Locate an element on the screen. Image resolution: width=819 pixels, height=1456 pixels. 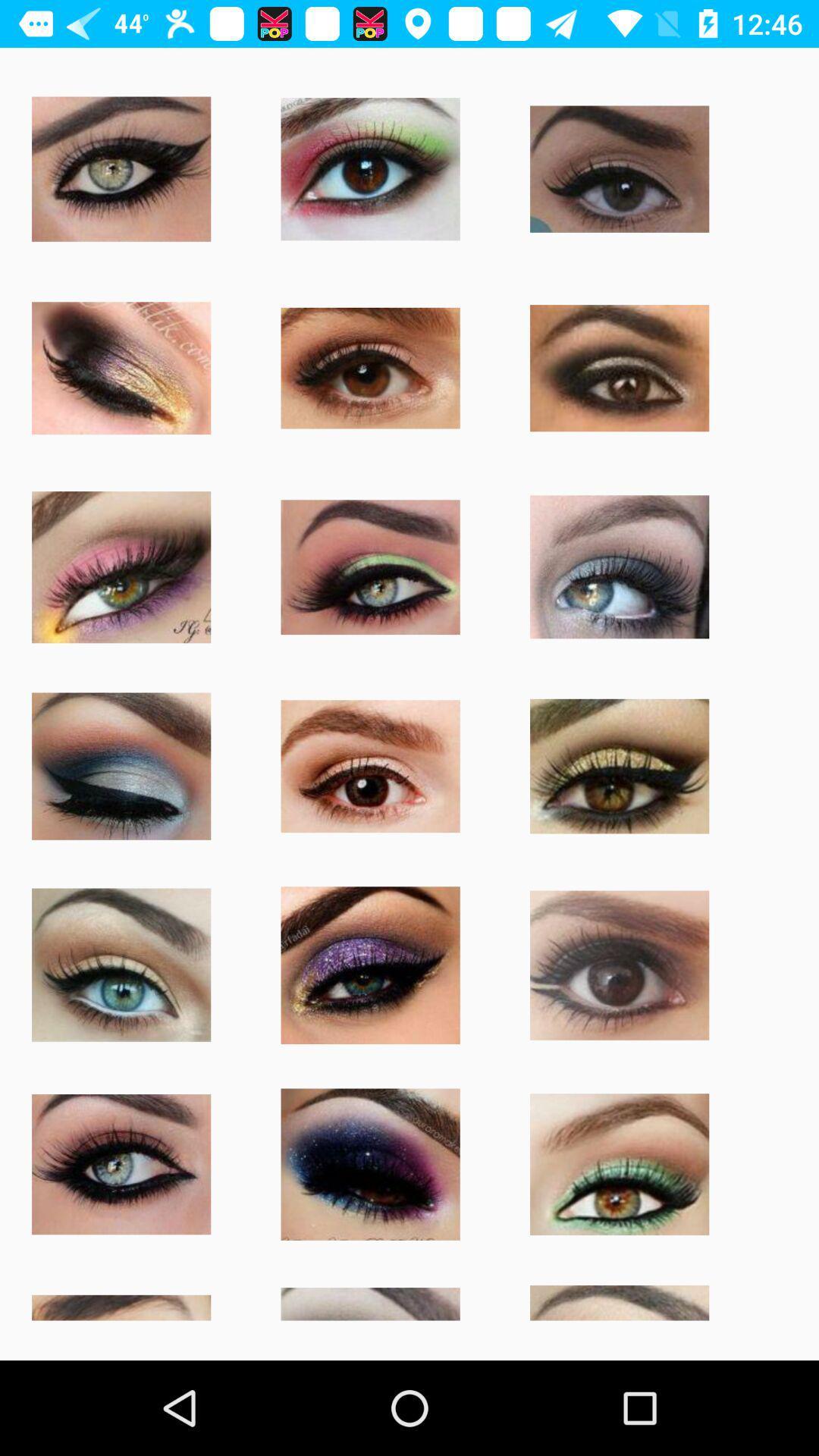
the first image is located at coordinates (120, 168).